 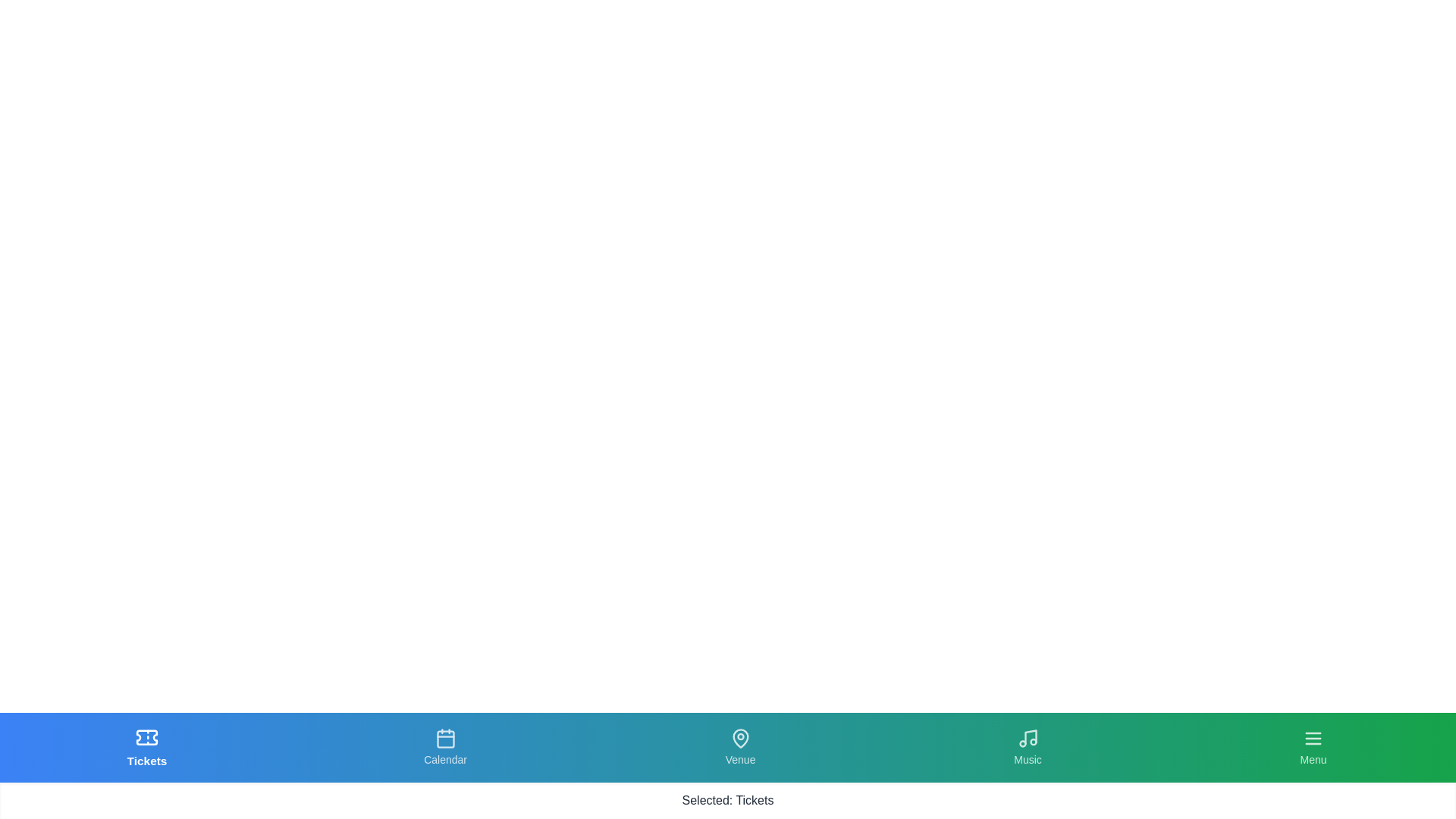 What do you see at coordinates (147, 747) in the screenshot?
I see `the tab labeled Tickets to observe its hover effect` at bounding box center [147, 747].